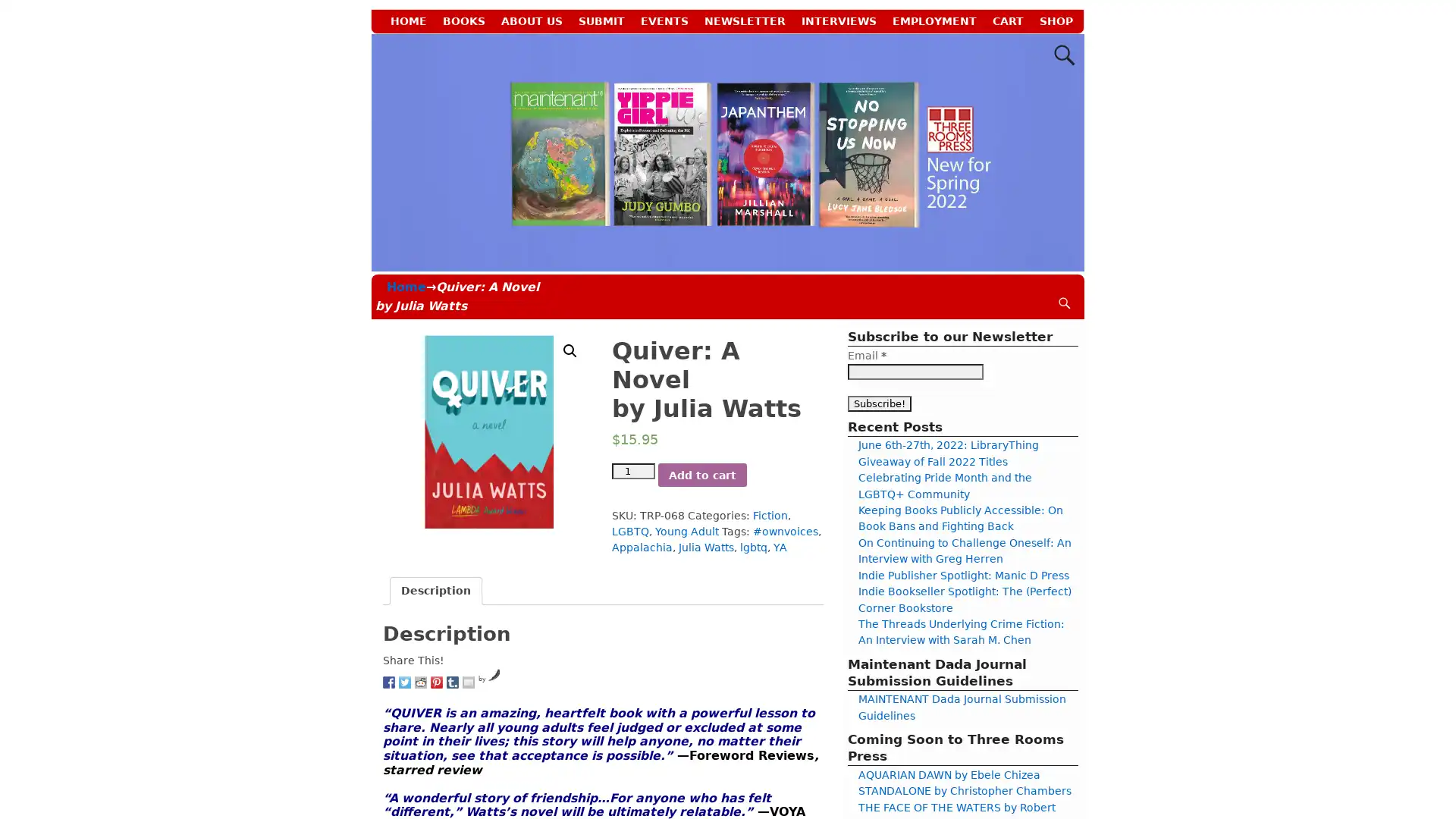 The width and height of the screenshot is (1456, 819). What do you see at coordinates (701, 473) in the screenshot?
I see `Add to cart` at bounding box center [701, 473].